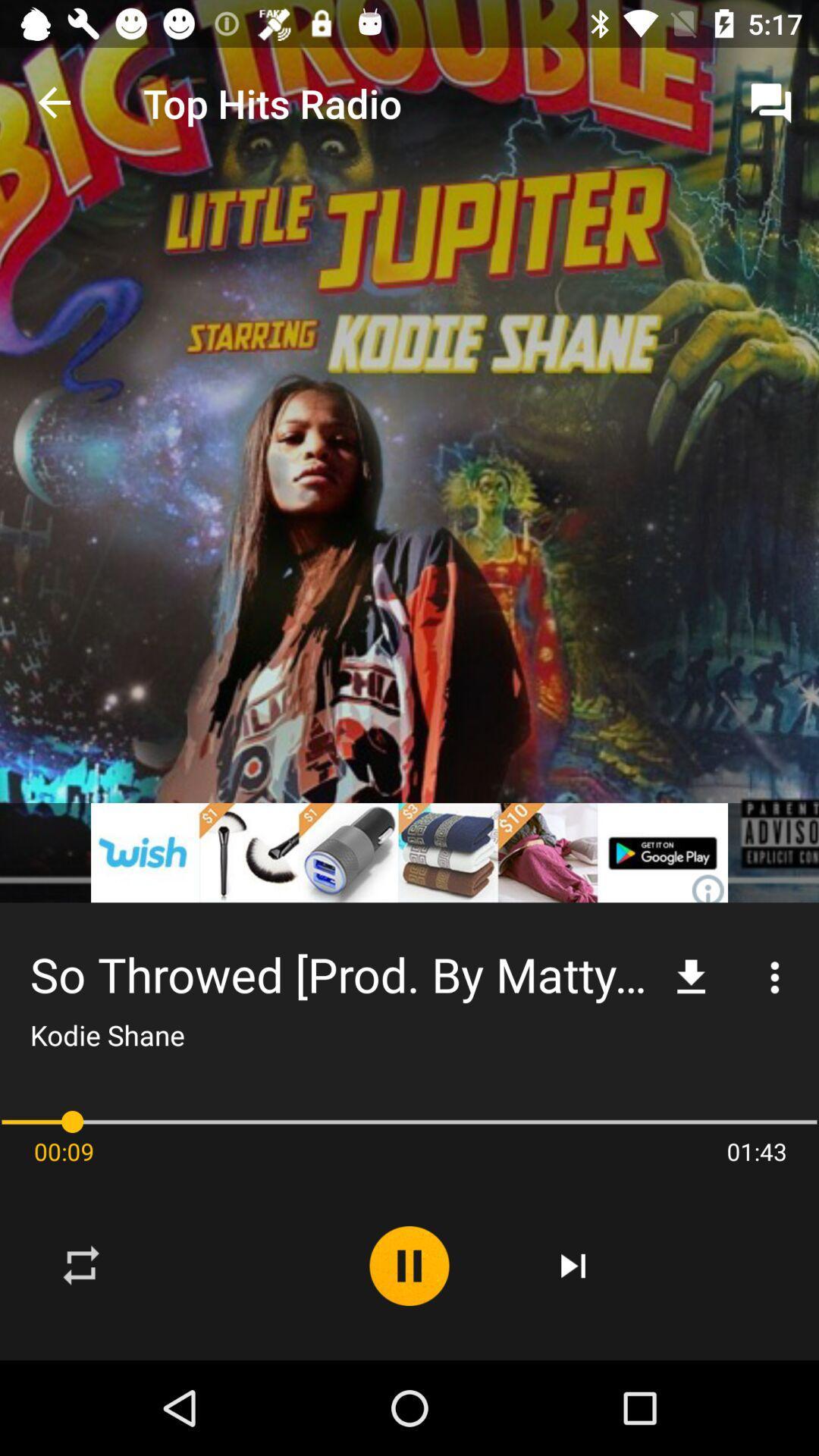  I want to click on the kodie shane icon, so click(106, 1034).